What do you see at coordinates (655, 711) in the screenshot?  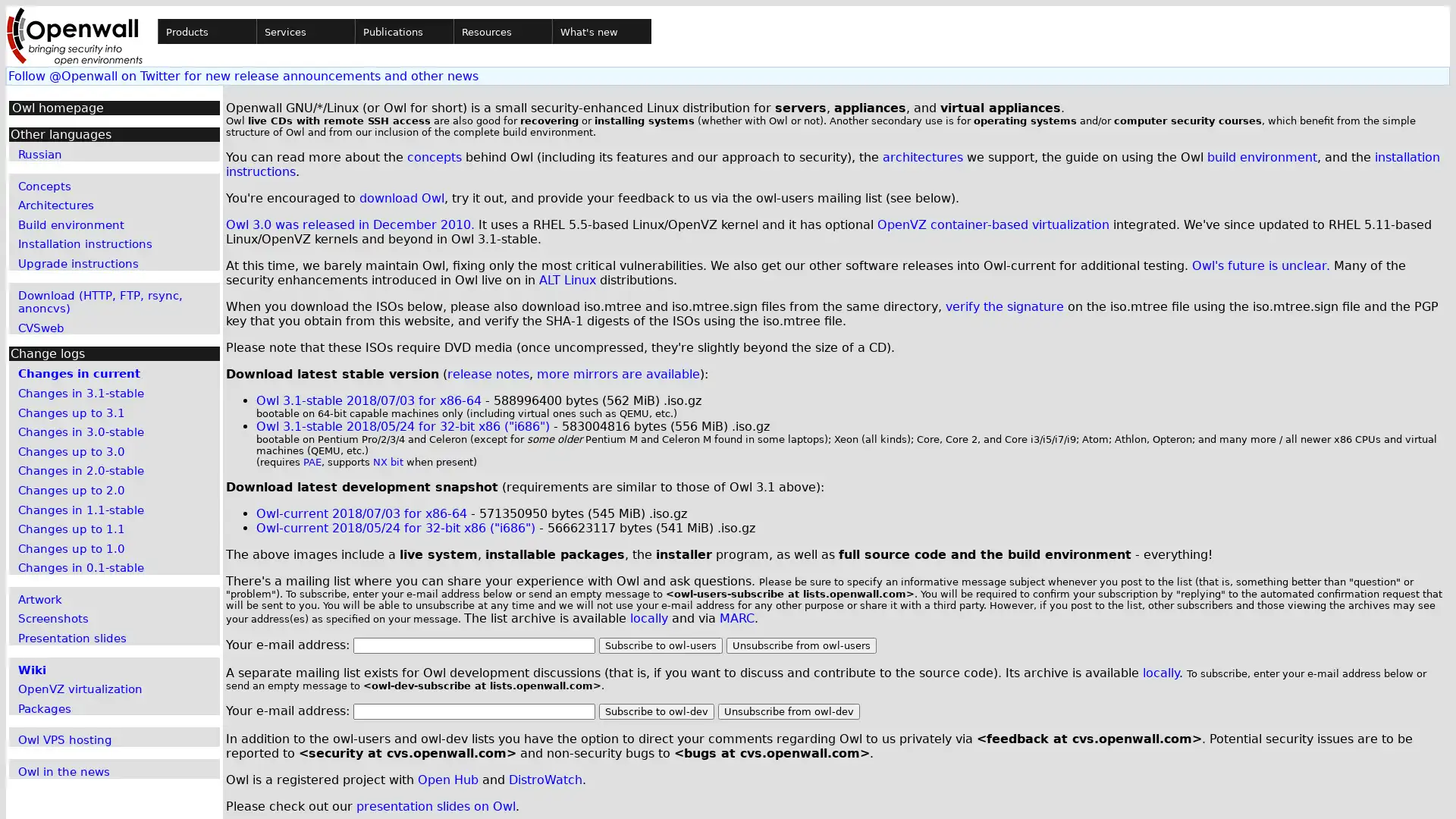 I see `Subscribe to owl-dev` at bounding box center [655, 711].